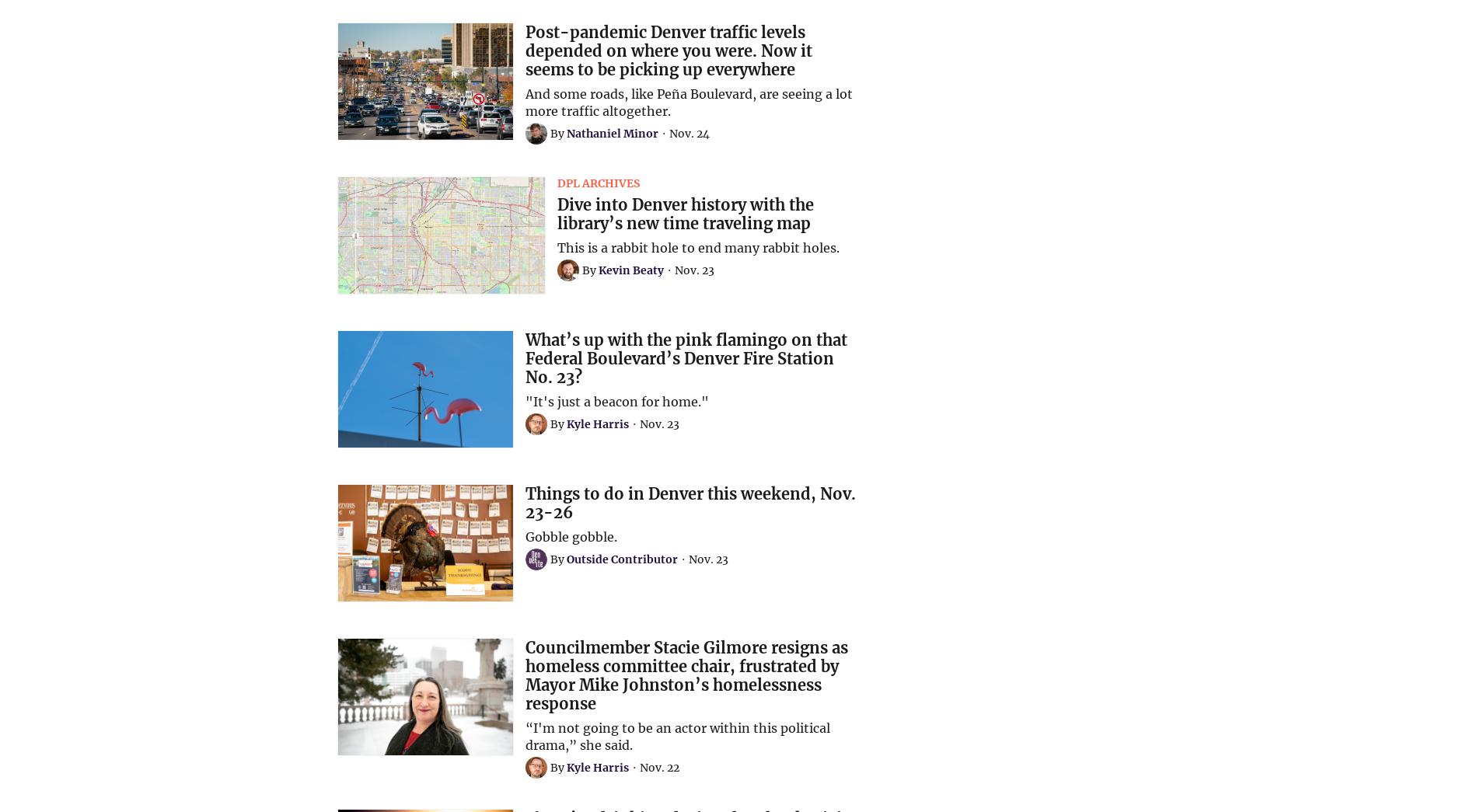  Describe the element at coordinates (557, 213) in the screenshot. I see `'Dive into Denver history with the library’s new time traveling map'` at that location.